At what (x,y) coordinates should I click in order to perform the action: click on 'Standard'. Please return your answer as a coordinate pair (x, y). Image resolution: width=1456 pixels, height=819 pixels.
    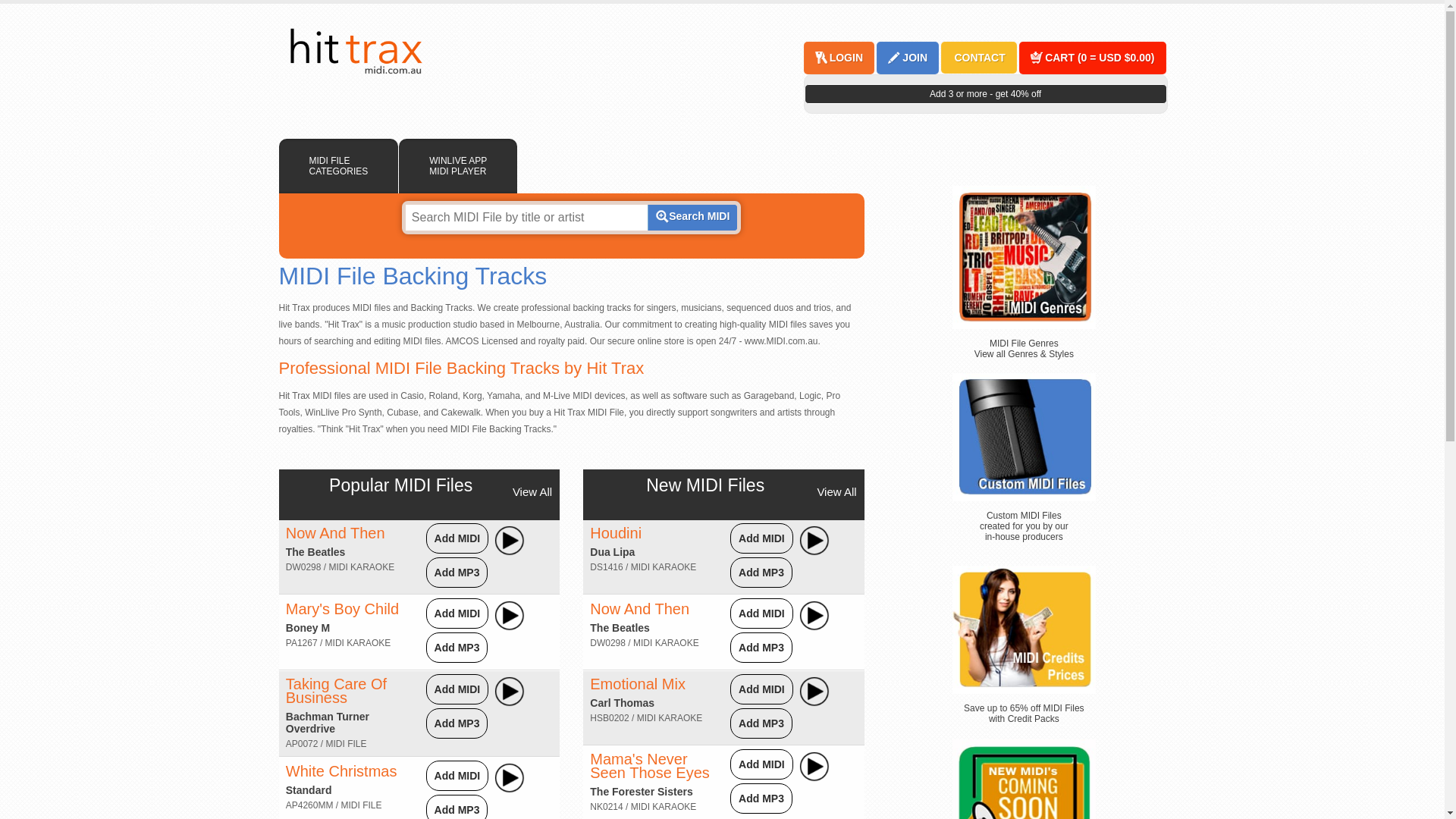
    Looking at the image, I should click on (308, 789).